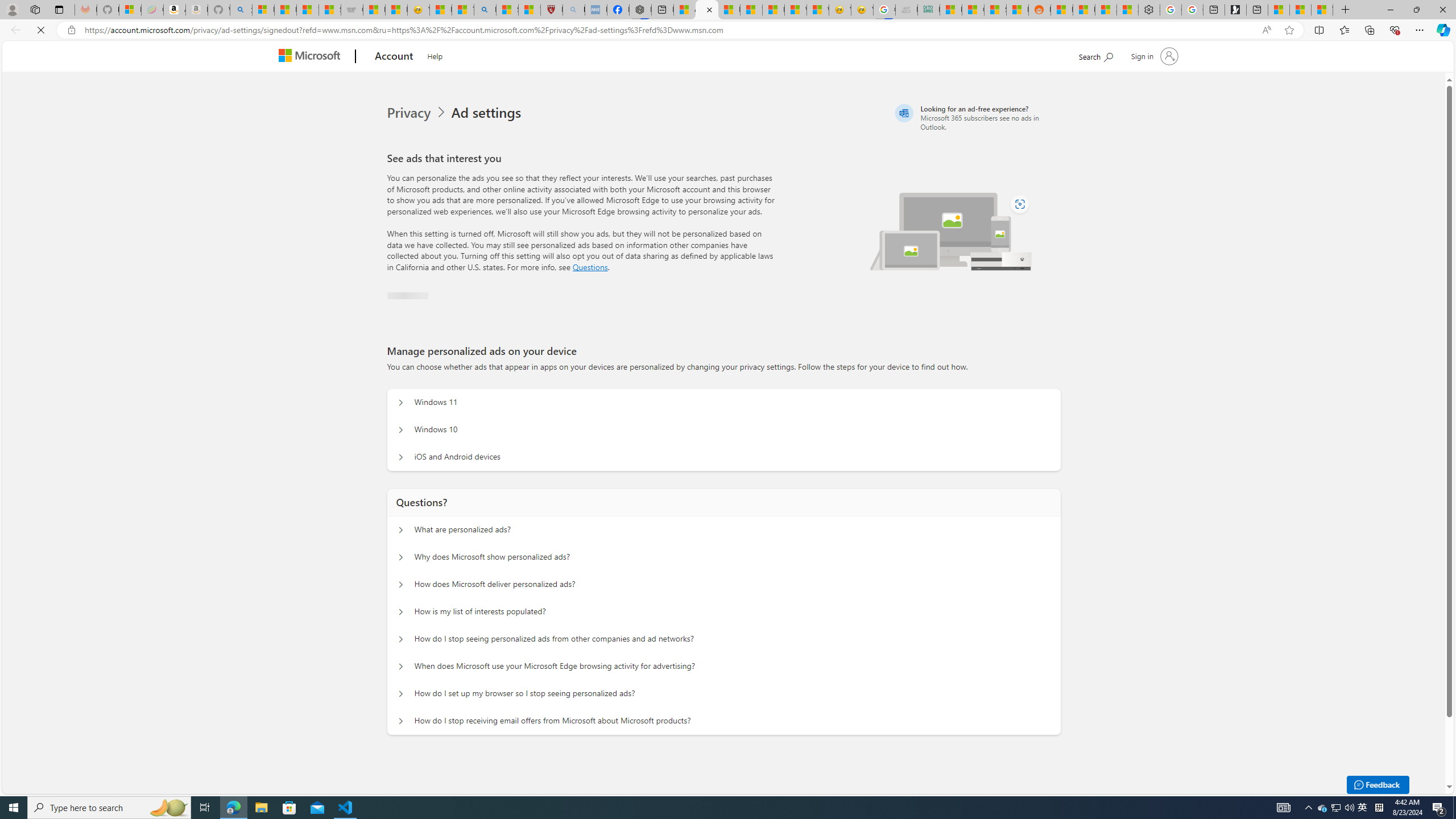 The height and width of the screenshot is (819, 1456). I want to click on 'Microsoft', so click(312, 56).